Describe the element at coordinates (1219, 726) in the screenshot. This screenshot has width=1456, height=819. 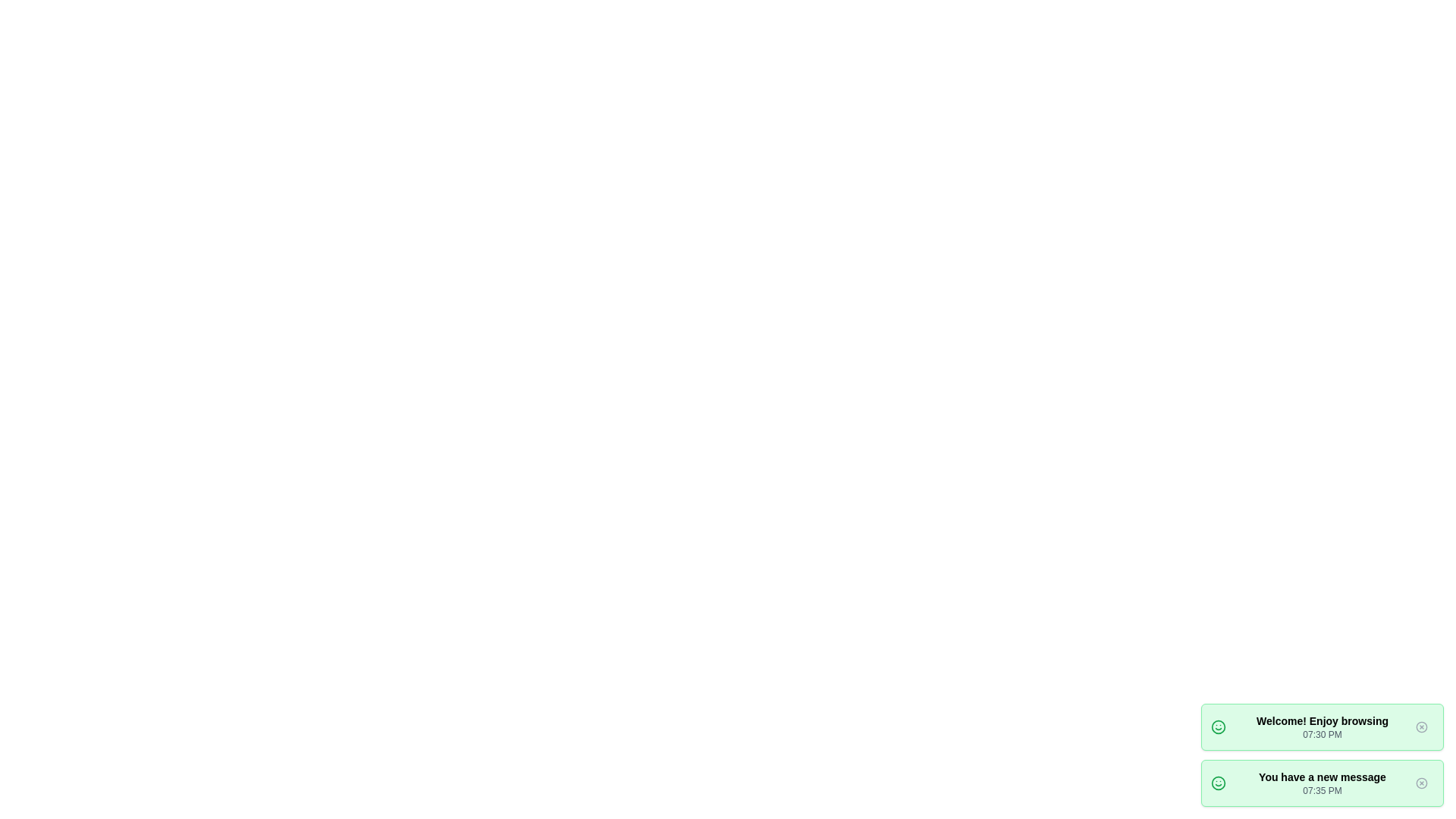
I see `the smile icon to interact with it for feedback visualization` at that location.